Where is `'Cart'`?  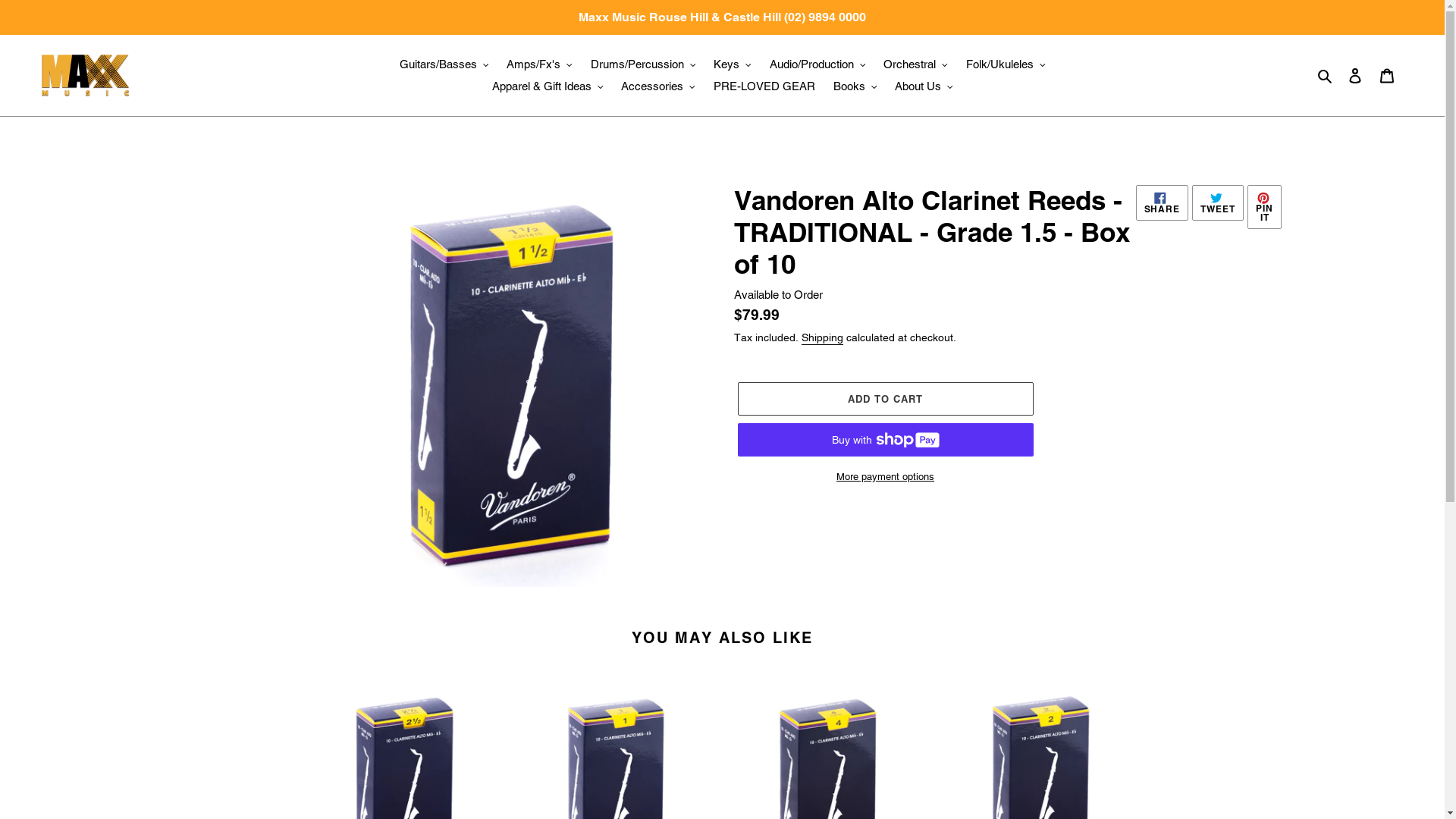 'Cart' is located at coordinates (1386, 75).